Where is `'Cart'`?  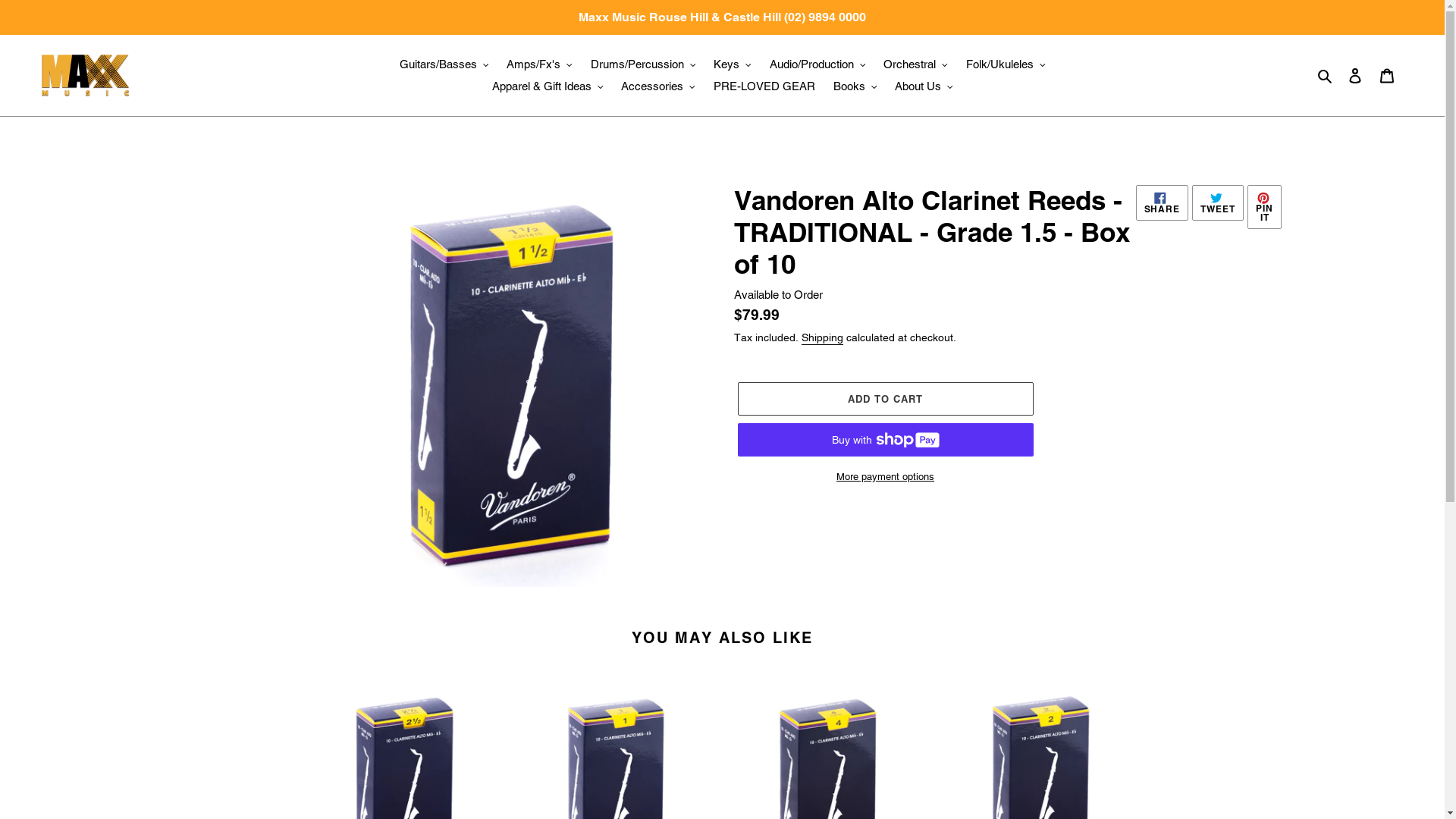 'Cart' is located at coordinates (1386, 75).